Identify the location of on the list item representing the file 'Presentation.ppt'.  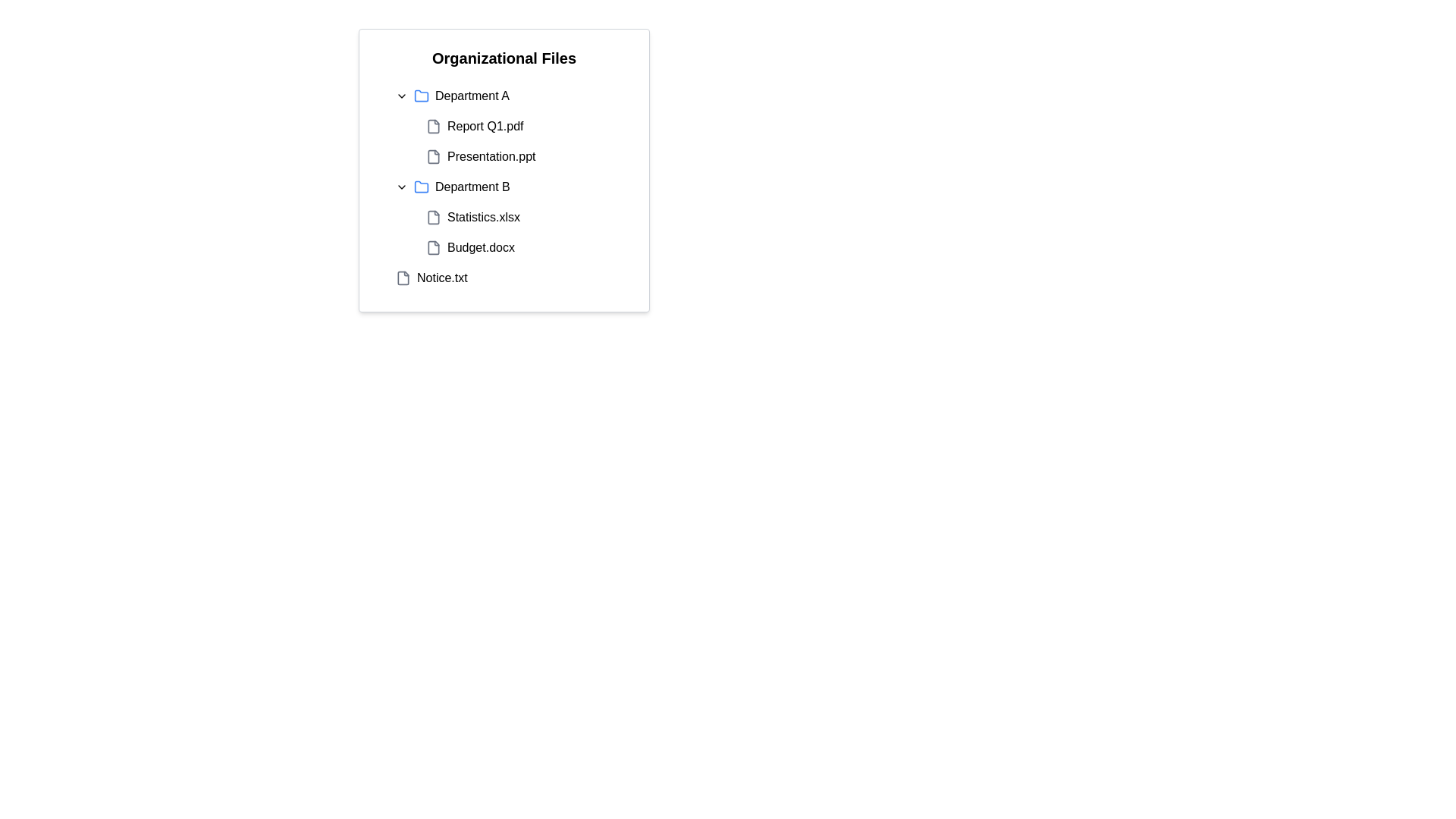
(519, 157).